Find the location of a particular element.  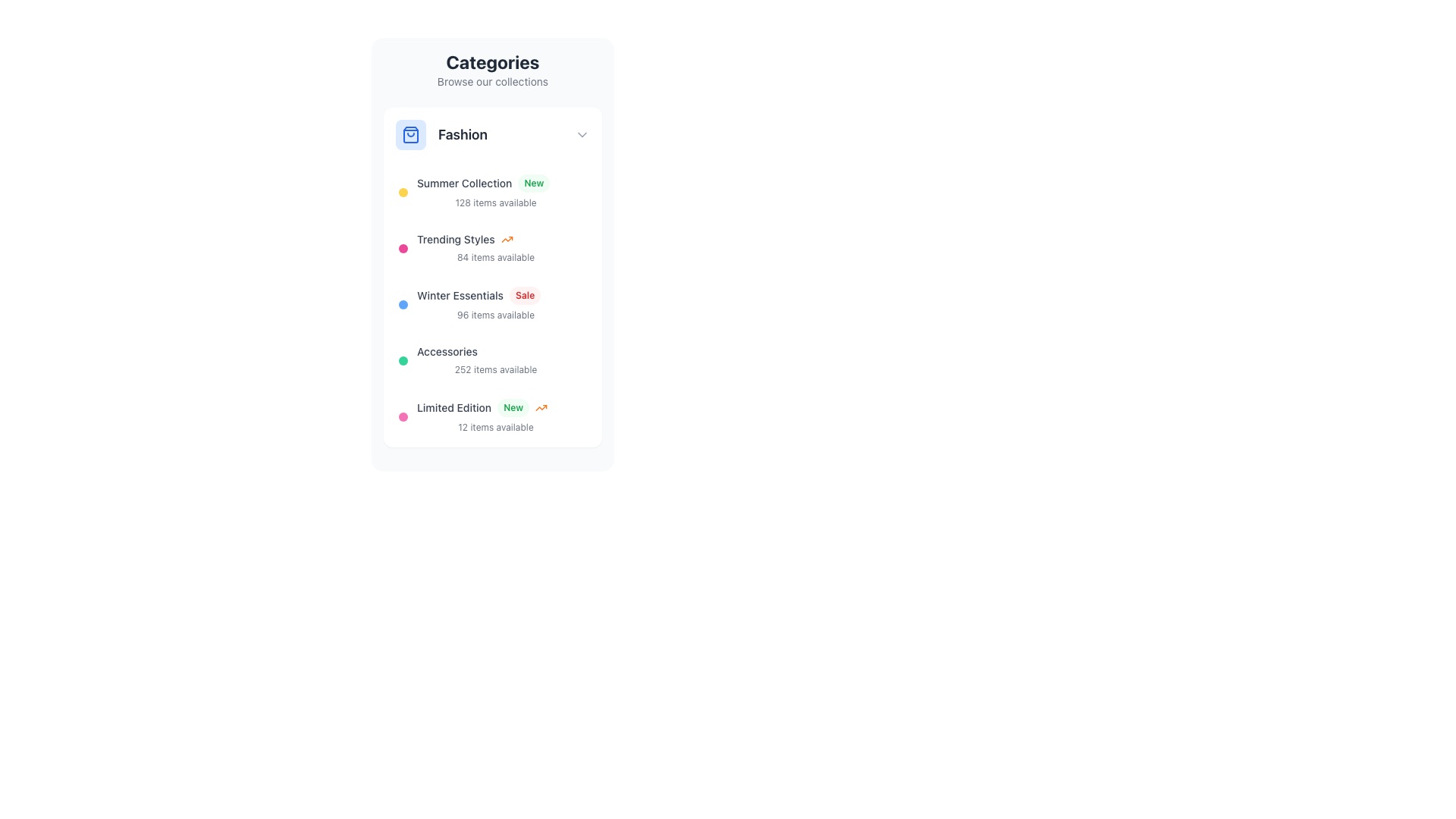

the list item element labeled 'Trending Styles' that displays '84 items available' in the sidebar menu under the 'Fashion' section is located at coordinates (495, 247).